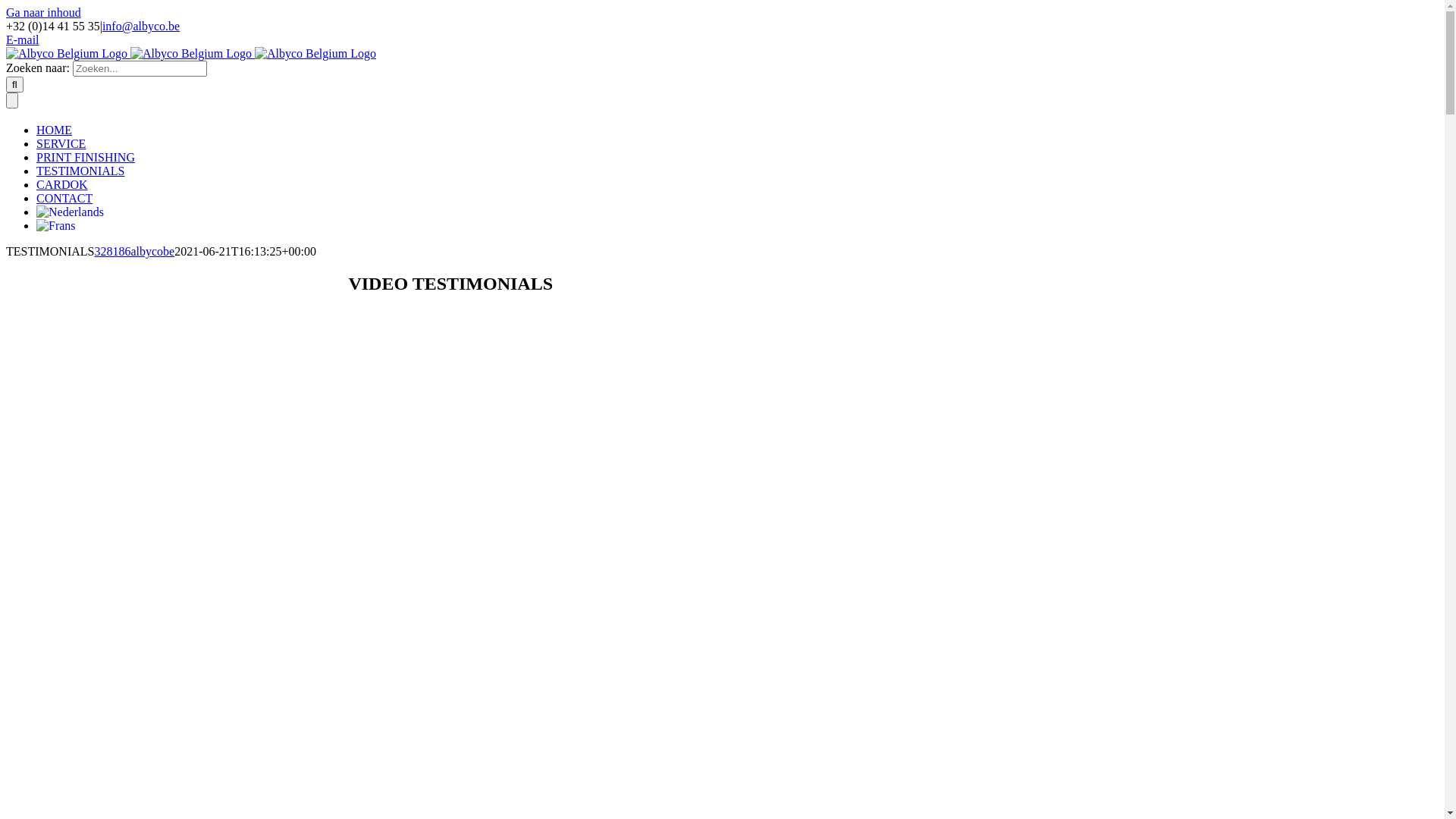 This screenshot has height=819, width=1456. What do you see at coordinates (36, 143) in the screenshot?
I see `'SERVICE'` at bounding box center [36, 143].